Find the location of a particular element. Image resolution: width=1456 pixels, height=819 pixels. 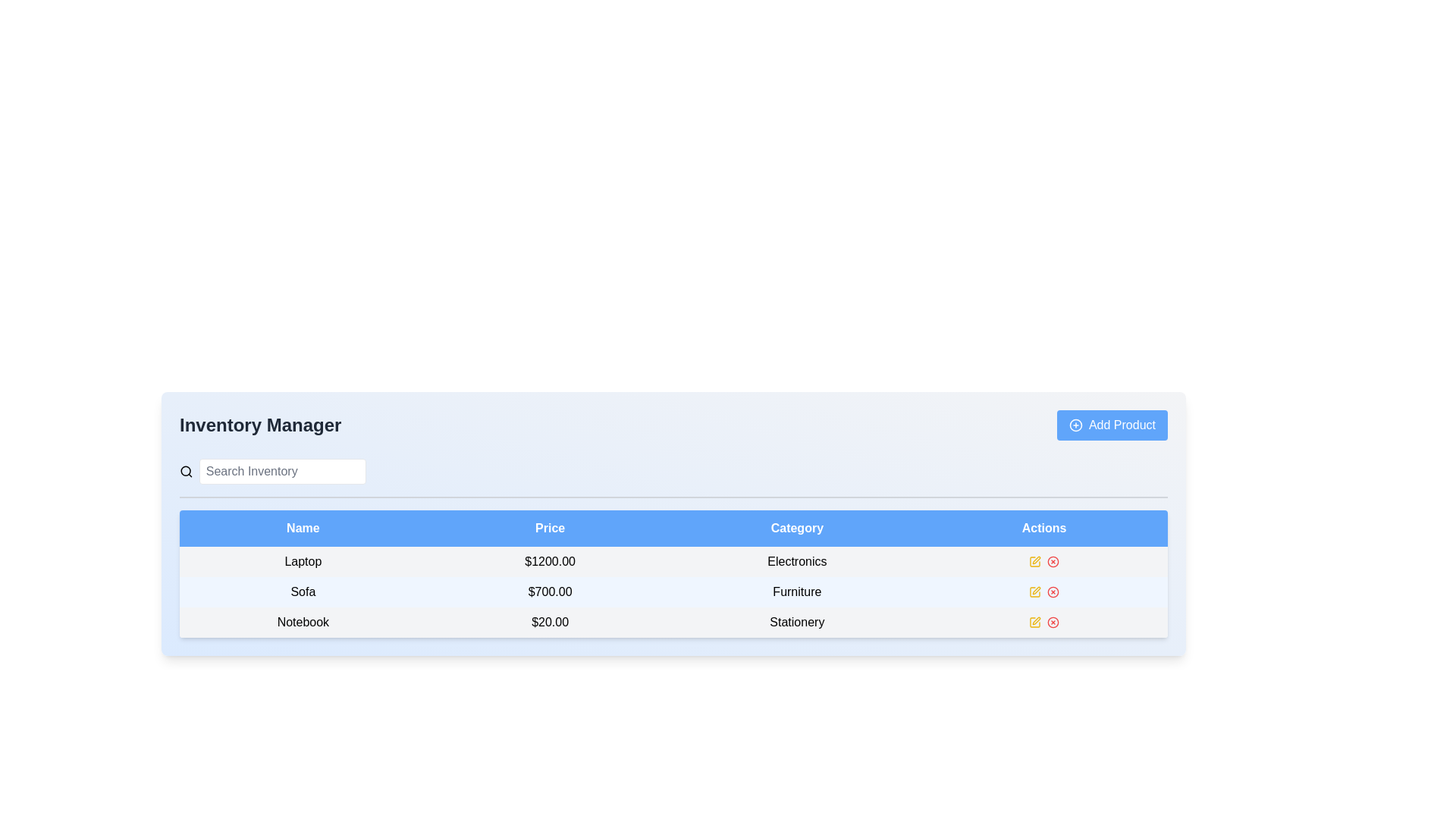

the first row of the table displaying 'Laptop', '$1200.00', and 'Electronics' is located at coordinates (673, 561).